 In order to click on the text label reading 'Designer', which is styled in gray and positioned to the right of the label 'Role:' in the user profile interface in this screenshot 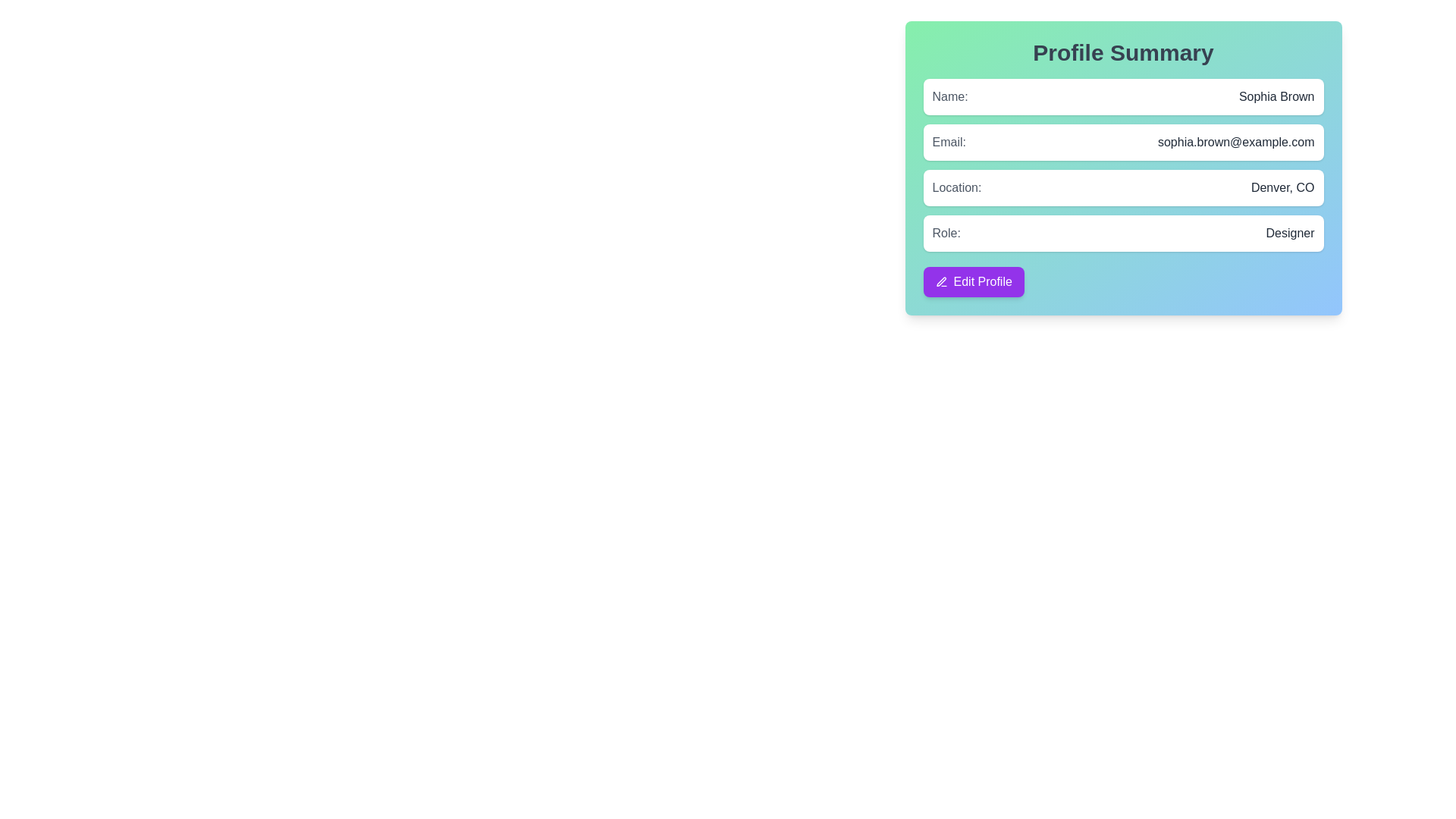, I will do `click(1289, 234)`.